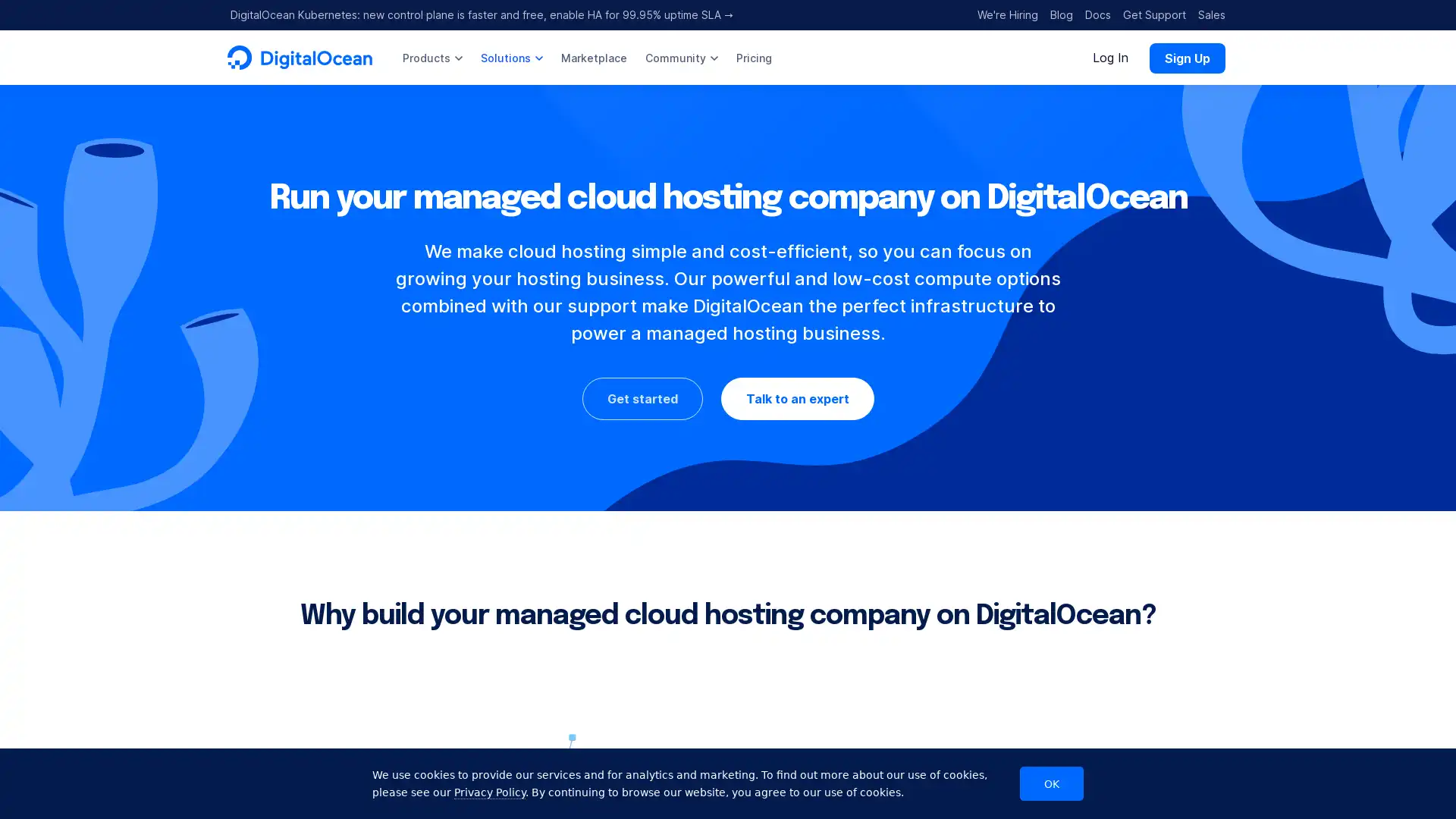 This screenshot has width=1456, height=819. What do you see at coordinates (512, 57) in the screenshot?
I see `Solutions` at bounding box center [512, 57].